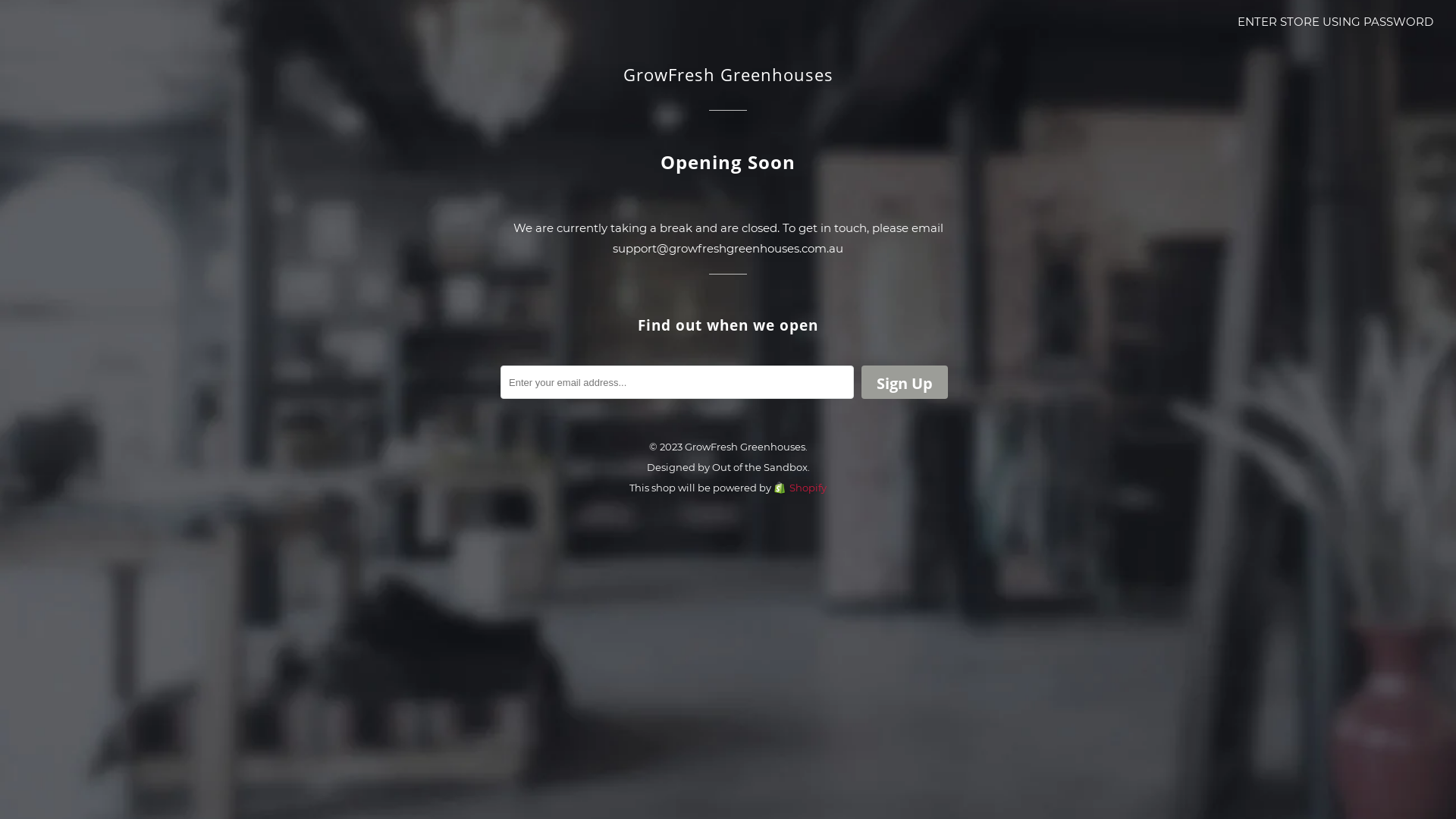 This screenshot has height=819, width=1456. Describe the element at coordinates (773, 488) in the screenshot. I see `'Shopify'` at that location.